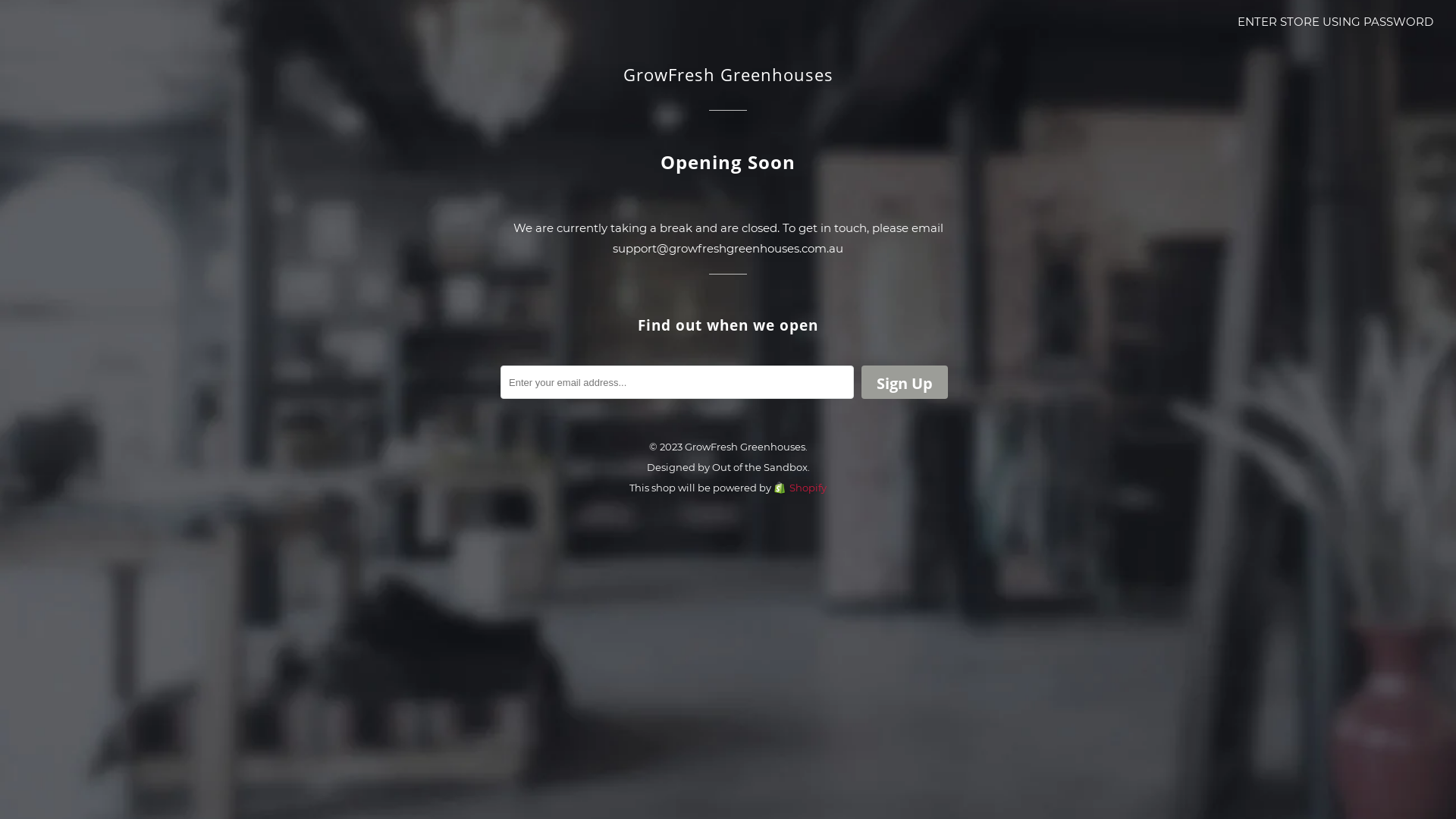 This screenshot has height=819, width=1456. Describe the element at coordinates (773, 488) in the screenshot. I see `'Shopify'` at that location.